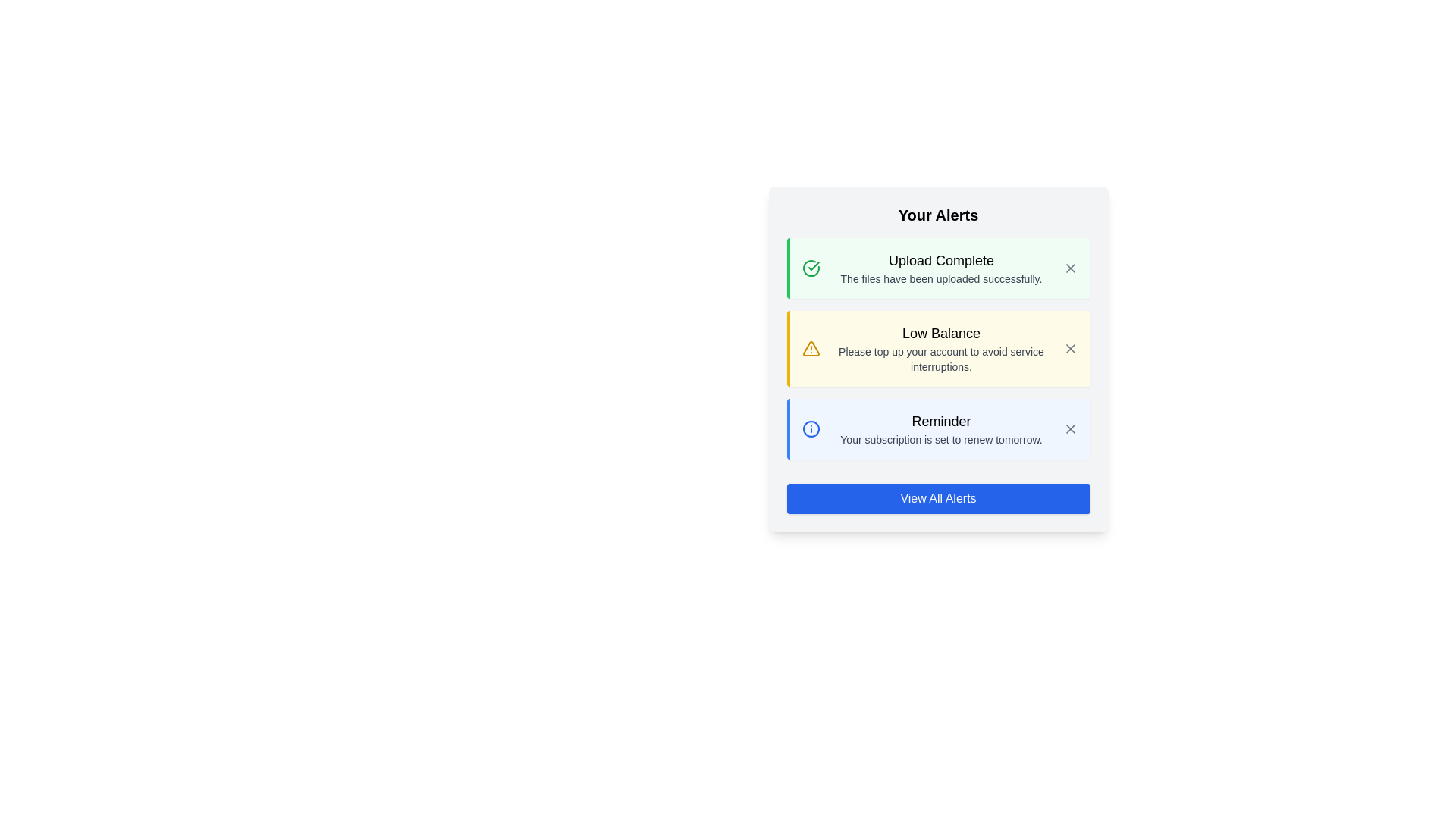 This screenshot has width=1456, height=819. What do you see at coordinates (1069, 268) in the screenshot?
I see `the Close indicator icon located at the top-right corner of the 'Upload Complete' alert box` at bounding box center [1069, 268].